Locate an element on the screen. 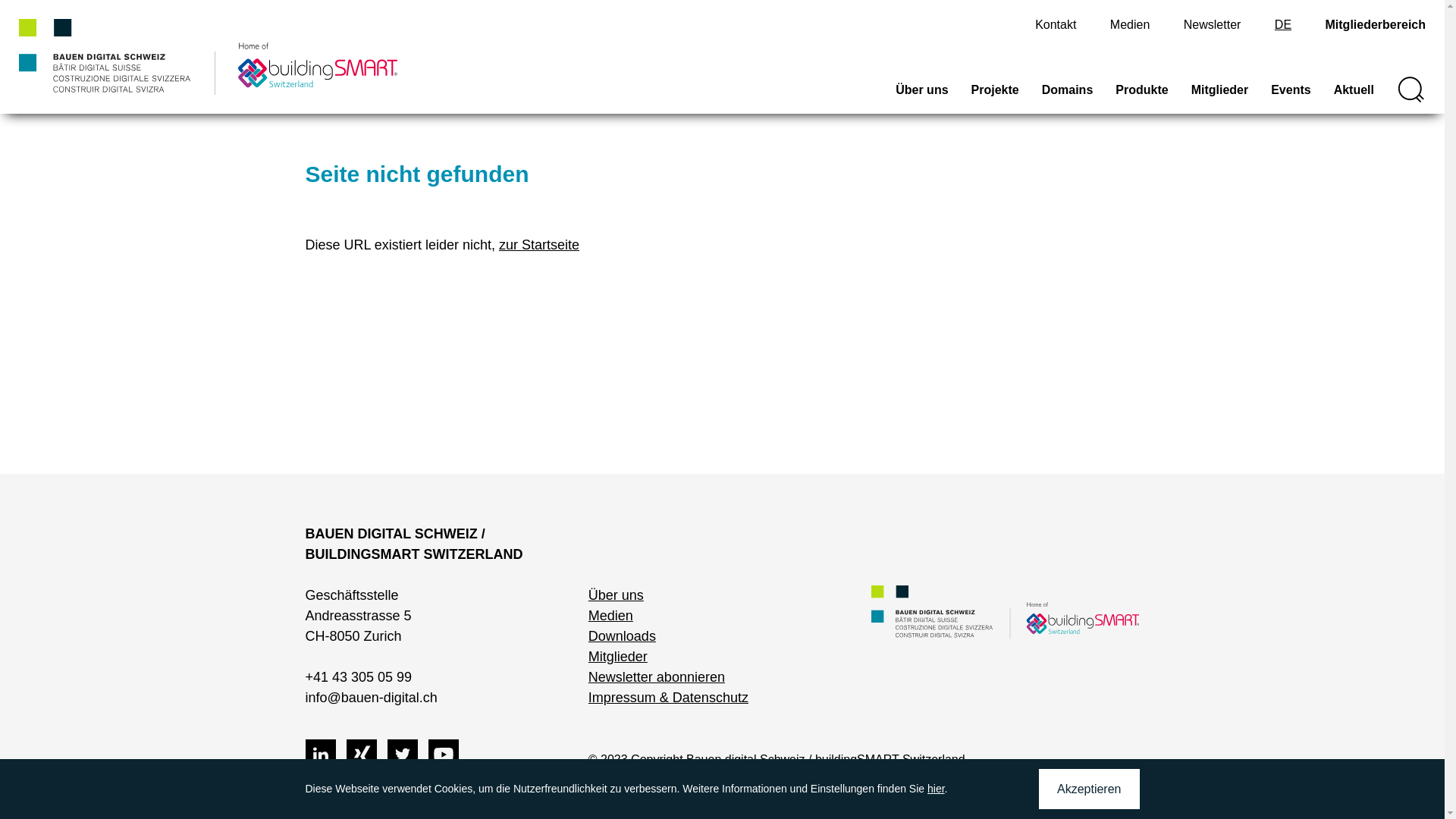 This screenshot has width=1456, height=819. 'Impressum & Datenschutz' is located at coordinates (667, 698).